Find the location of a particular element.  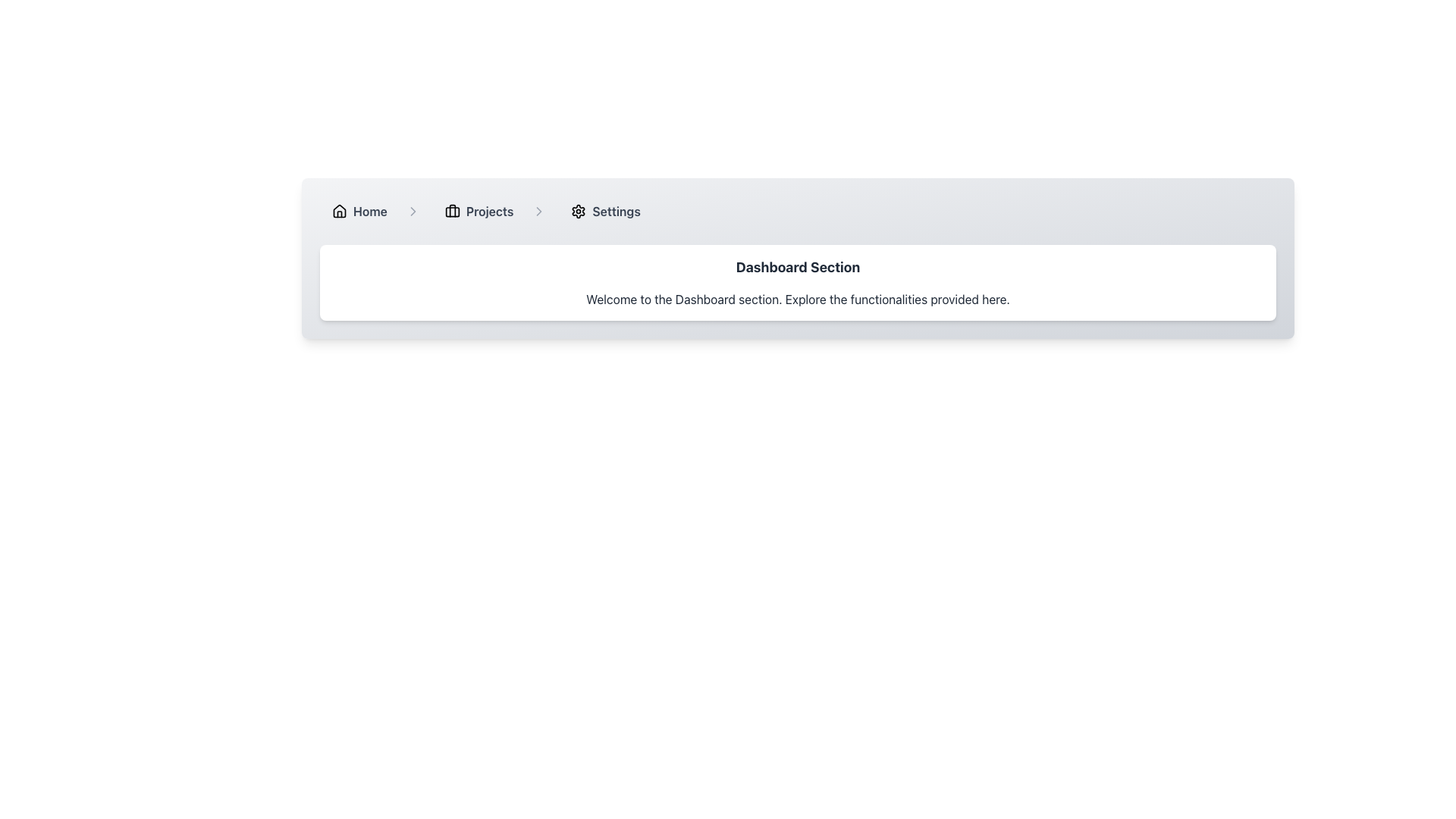

the 'Home' button, which is a horizontally oriented button with a rounded rectangle shape, containing a house icon on the left and the text 'Home' in bold, dark gray on the right is located at coordinates (359, 211).